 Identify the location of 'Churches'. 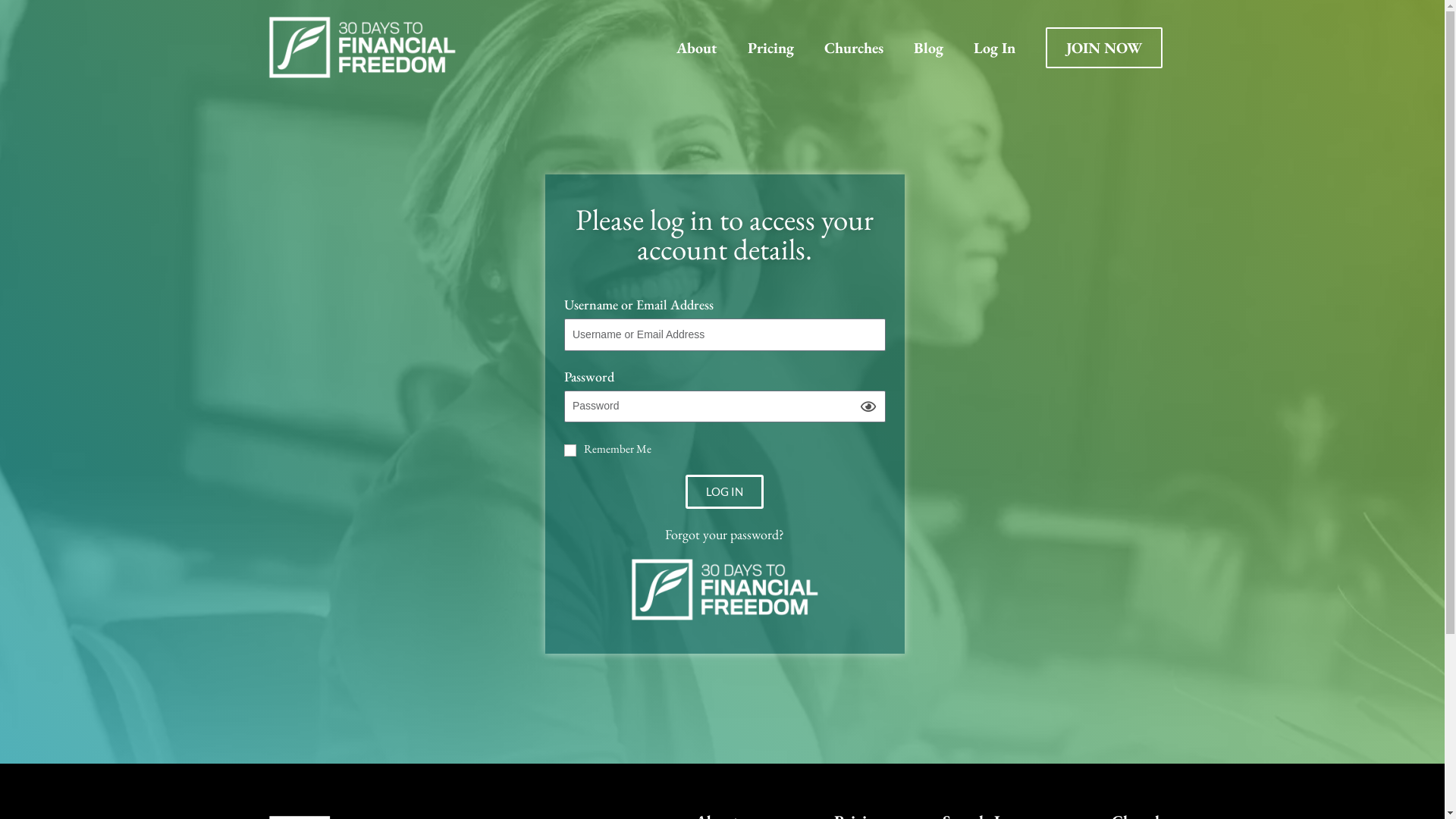
(807, 45).